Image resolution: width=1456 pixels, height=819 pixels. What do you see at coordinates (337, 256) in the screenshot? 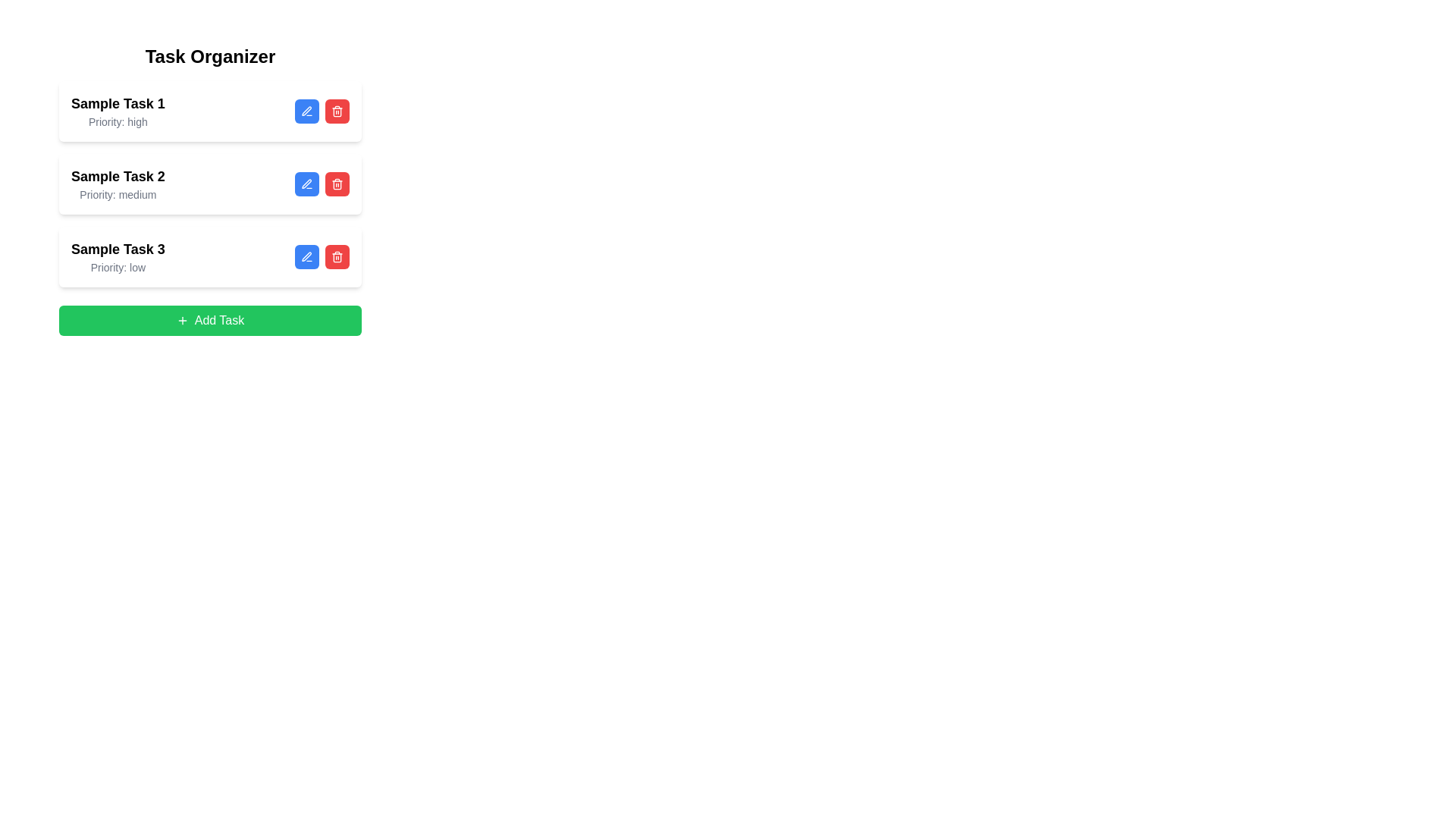
I see `the red button with a trash can icon and white text, located to the right of the second 'Sample Task' entry` at bounding box center [337, 256].